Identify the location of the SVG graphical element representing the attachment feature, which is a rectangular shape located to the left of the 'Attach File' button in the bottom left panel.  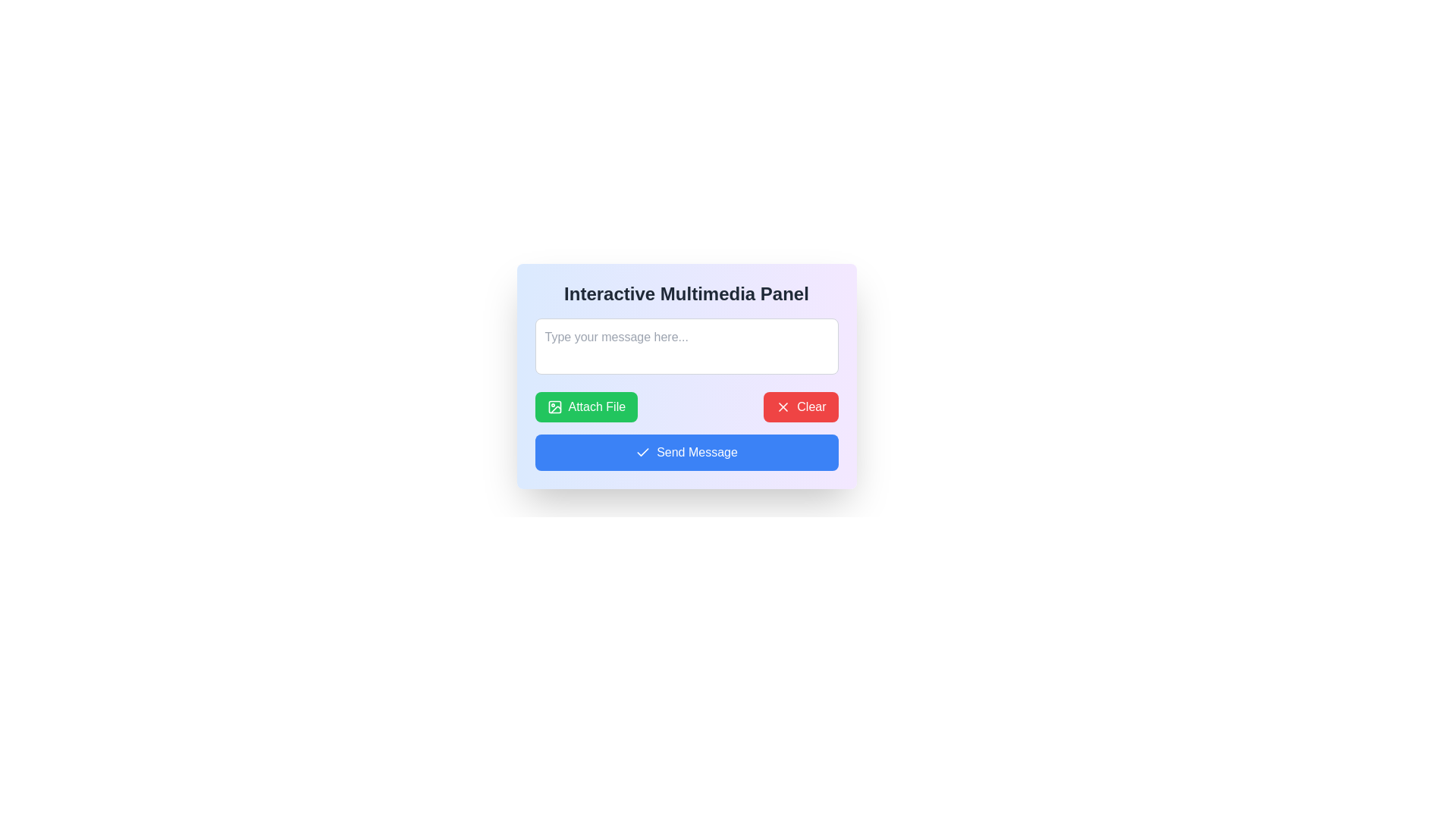
(554, 406).